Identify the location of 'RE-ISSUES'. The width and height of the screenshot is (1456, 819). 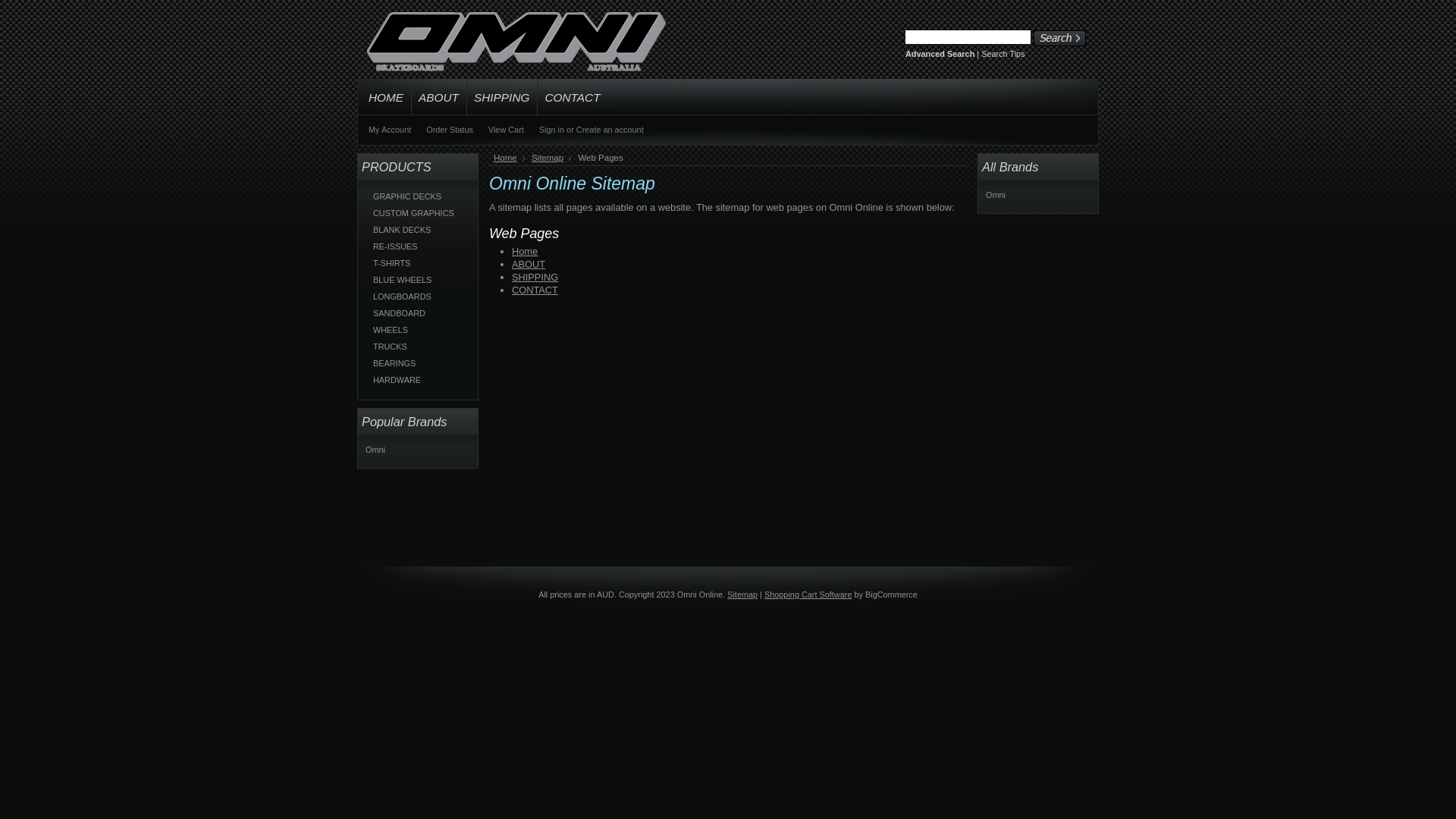
(419, 245).